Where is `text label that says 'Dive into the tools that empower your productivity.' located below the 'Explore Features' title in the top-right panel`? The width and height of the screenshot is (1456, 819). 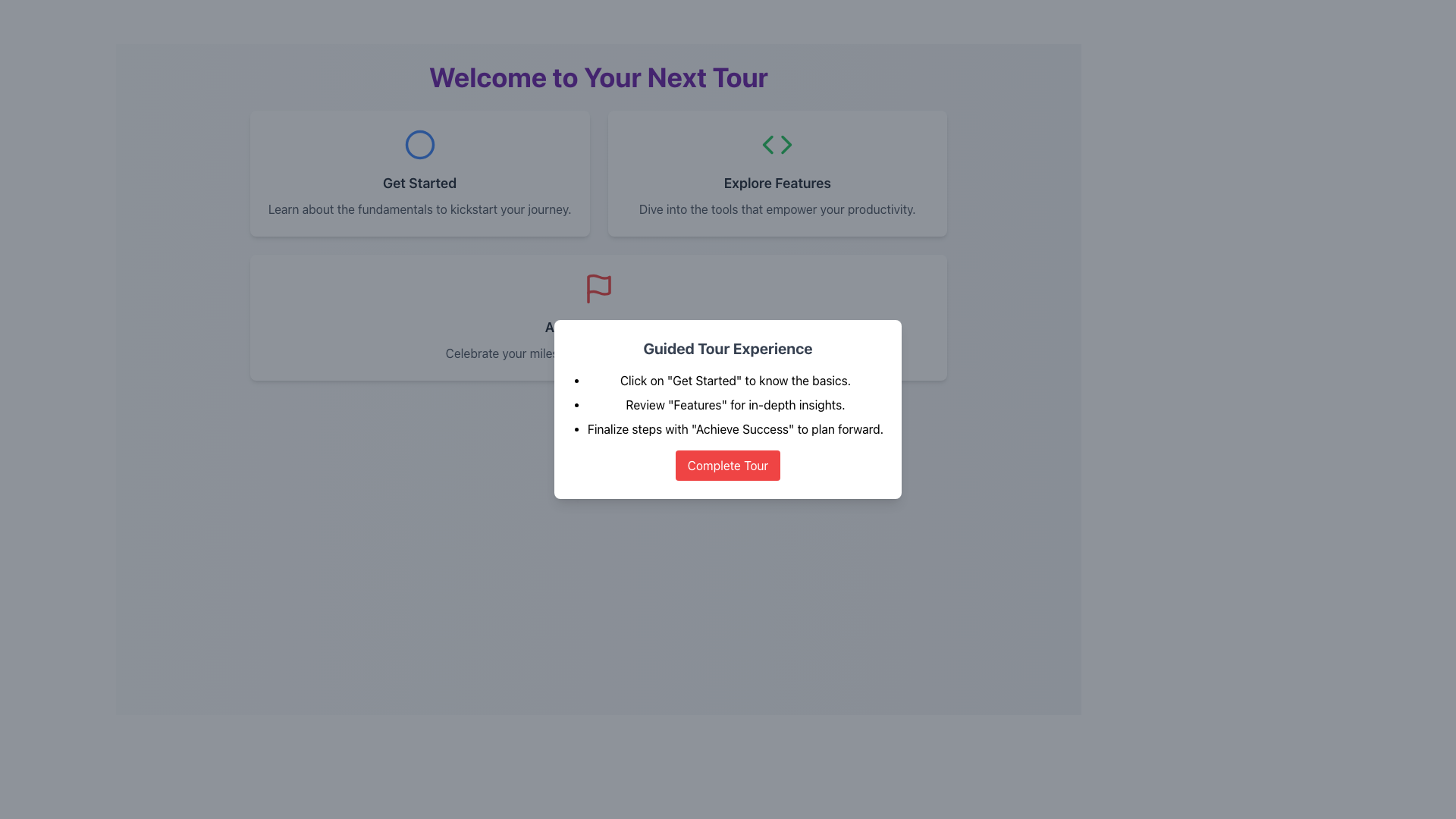
text label that says 'Dive into the tools that empower your productivity.' located below the 'Explore Features' title in the top-right panel is located at coordinates (777, 209).